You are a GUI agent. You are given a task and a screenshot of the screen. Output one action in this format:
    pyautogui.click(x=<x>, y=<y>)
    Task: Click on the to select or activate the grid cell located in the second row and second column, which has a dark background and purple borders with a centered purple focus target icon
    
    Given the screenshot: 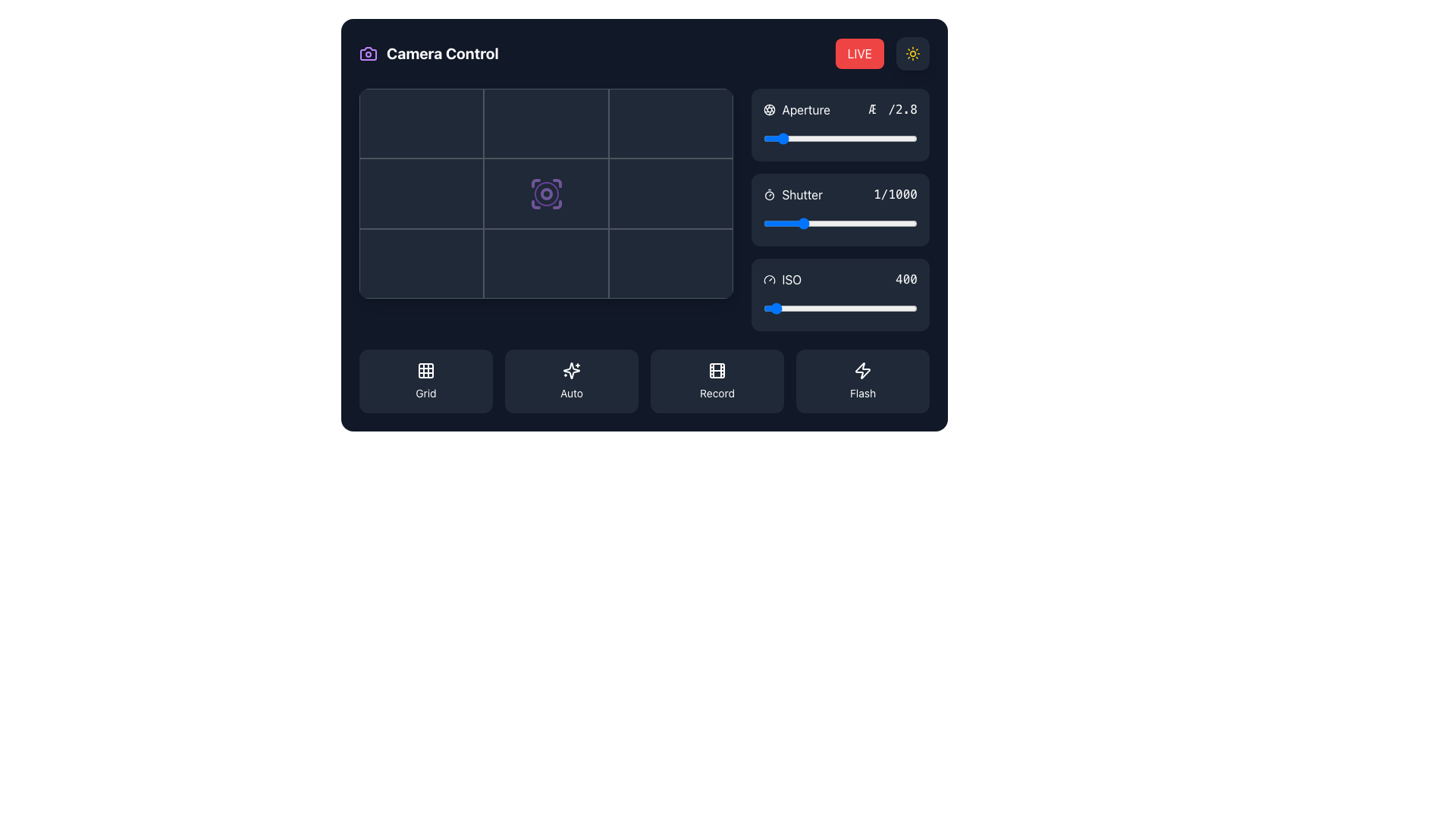 What is the action you would take?
    pyautogui.click(x=546, y=193)
    